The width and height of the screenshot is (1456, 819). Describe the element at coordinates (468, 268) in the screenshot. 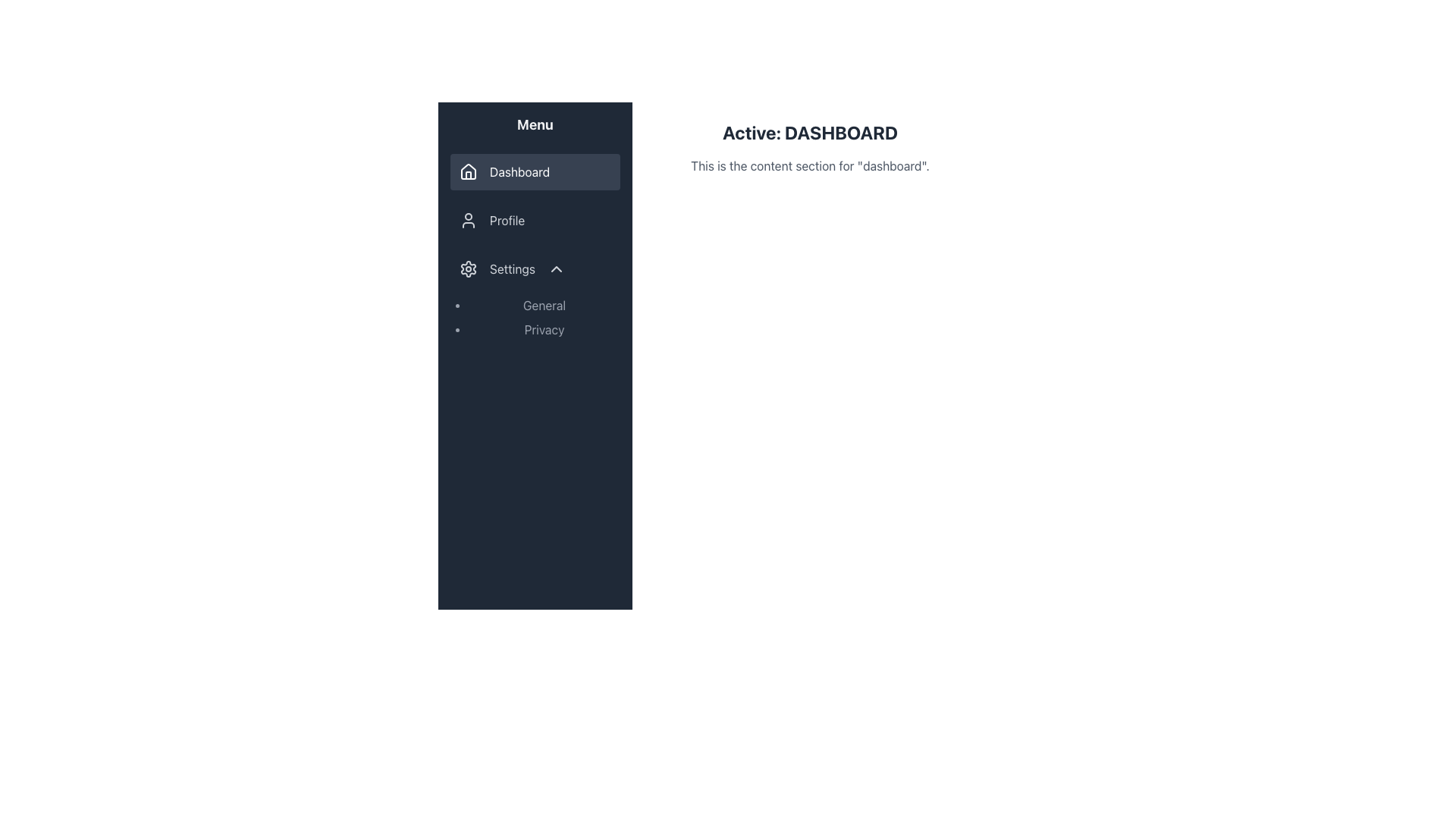

I see `the gear icon representing settings, which is located to the left of the 'Settings' text in the navigation menu` at that location.